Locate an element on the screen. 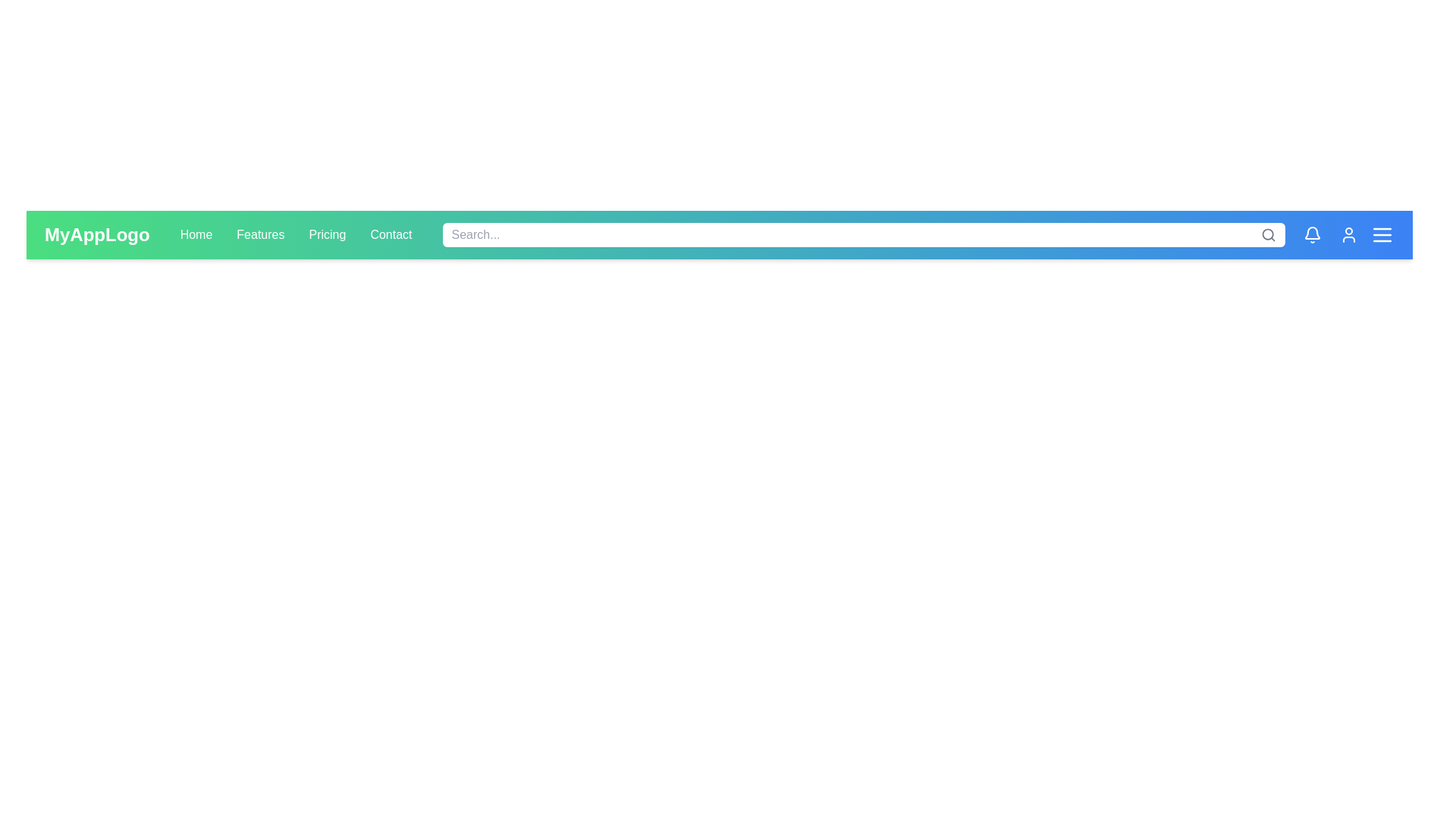 The height and width of the screenshot is (819, 1456). the search icon styled as a magnifying glass located at the far right end of the search bar is located at coordinates (1269, 234).